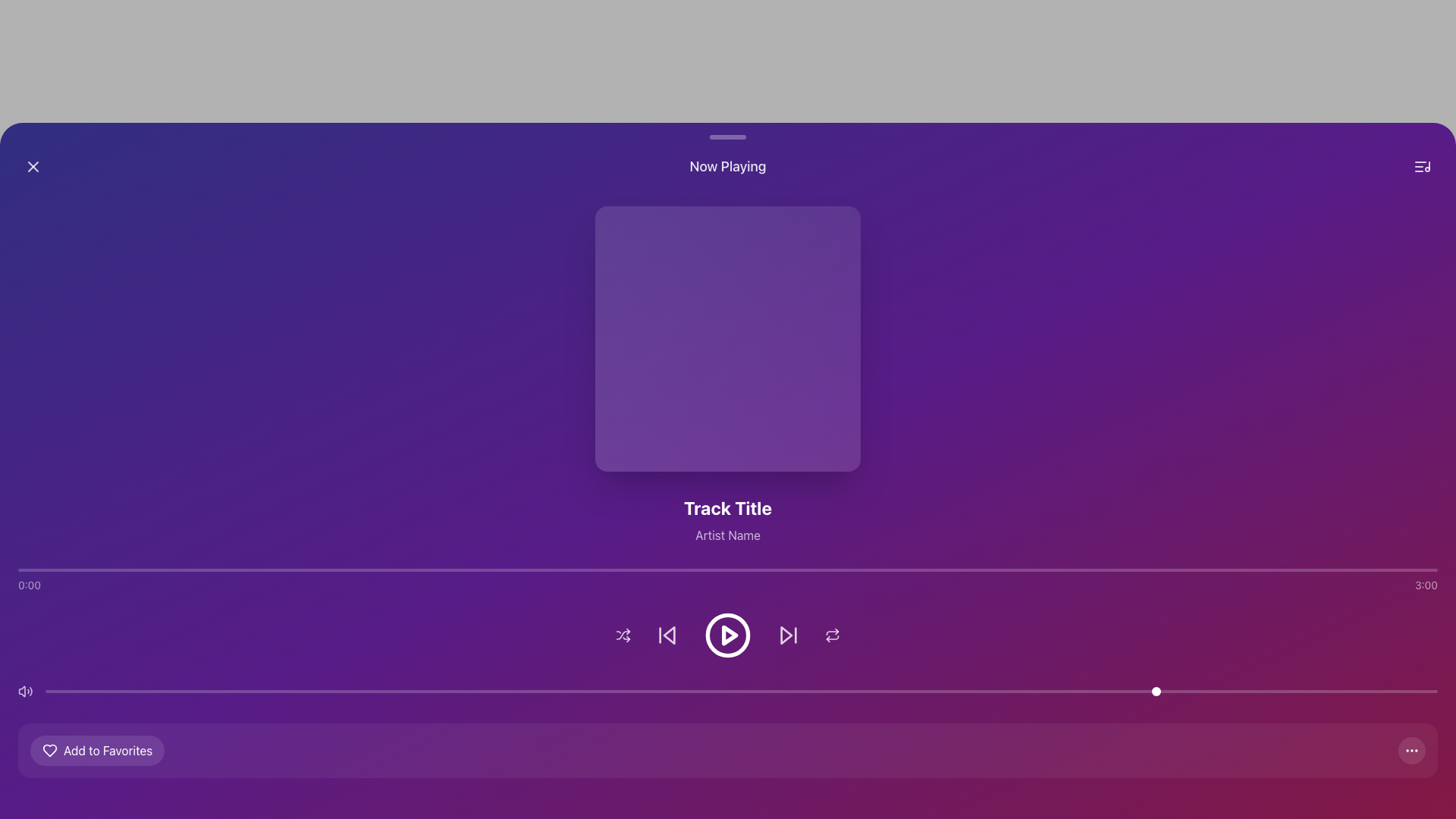 The width and height of the screenshot is (1456, 819). What do you see at coordinates (50, 751) in the screenshot?
I see `the heart icon located near the 'Add to Favorites' text to favorite or unfavorite an item` at bounding box center [50, 751].